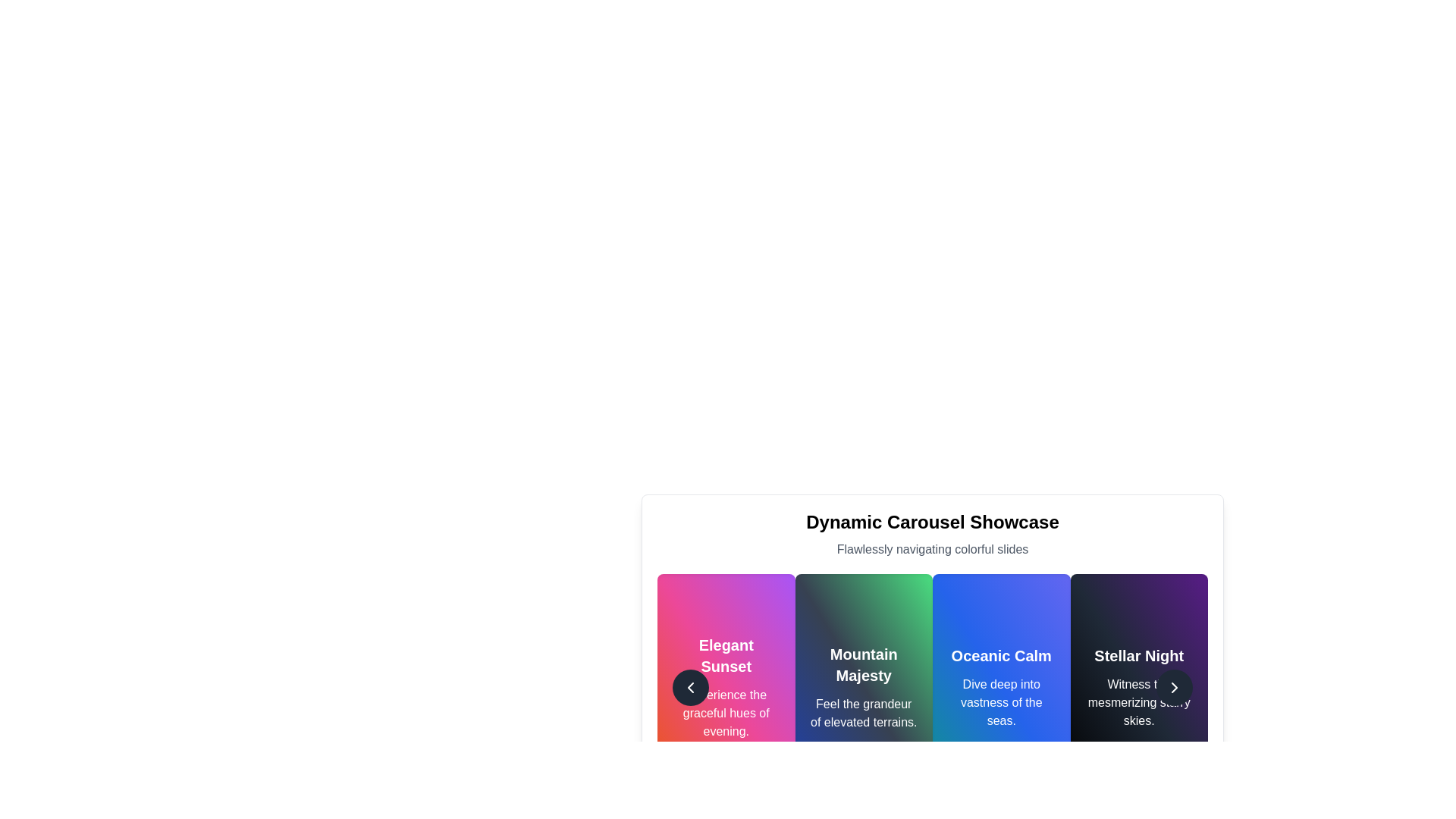 This screenshot has width=1456, height=819. What do you see at coordinates (690, 687) in the screenshot?
I see `the left-facing arrow icon in the navigation control section` at bounding box center [690, 687].